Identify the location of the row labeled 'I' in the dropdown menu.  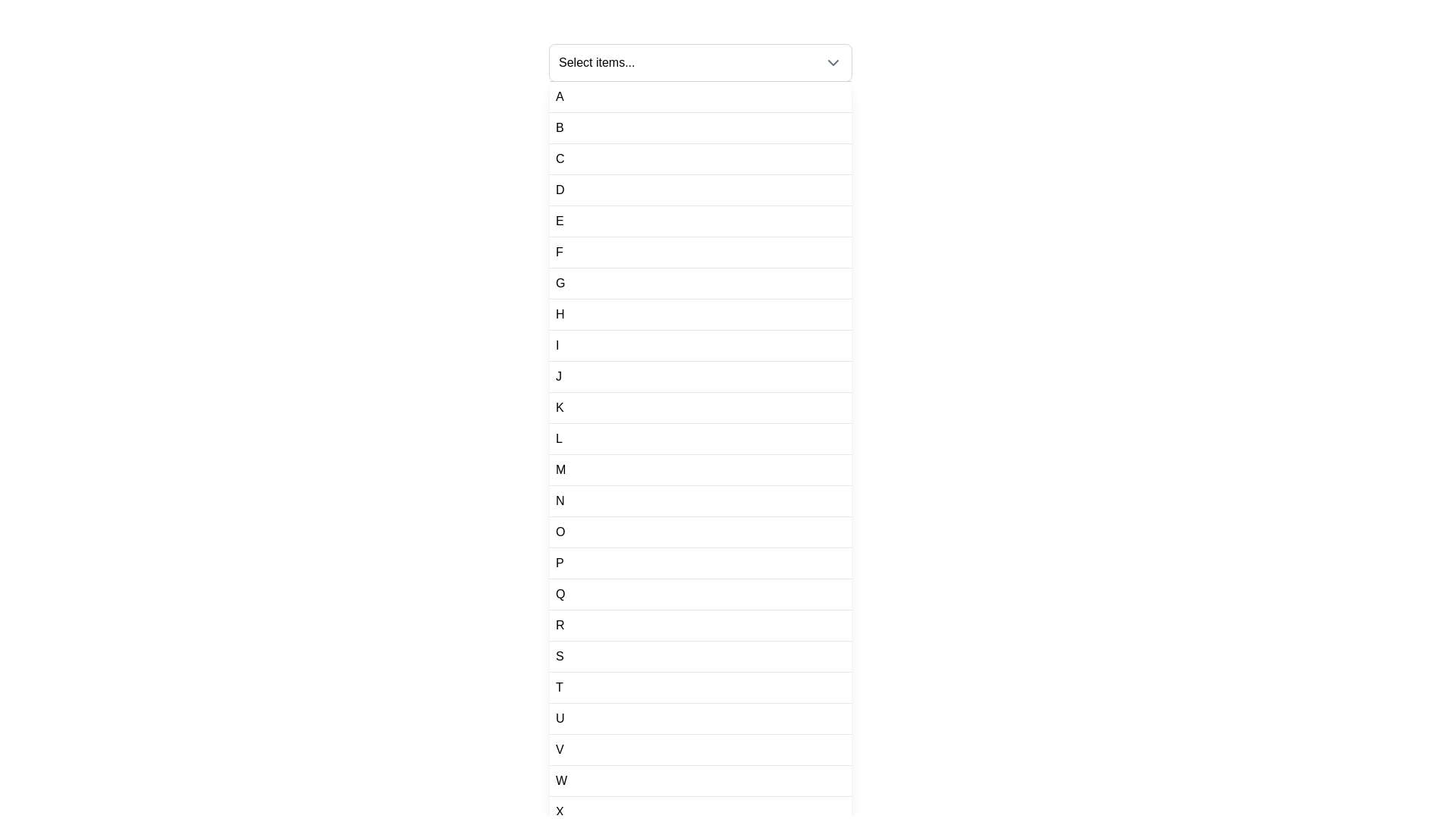
(700, 346).